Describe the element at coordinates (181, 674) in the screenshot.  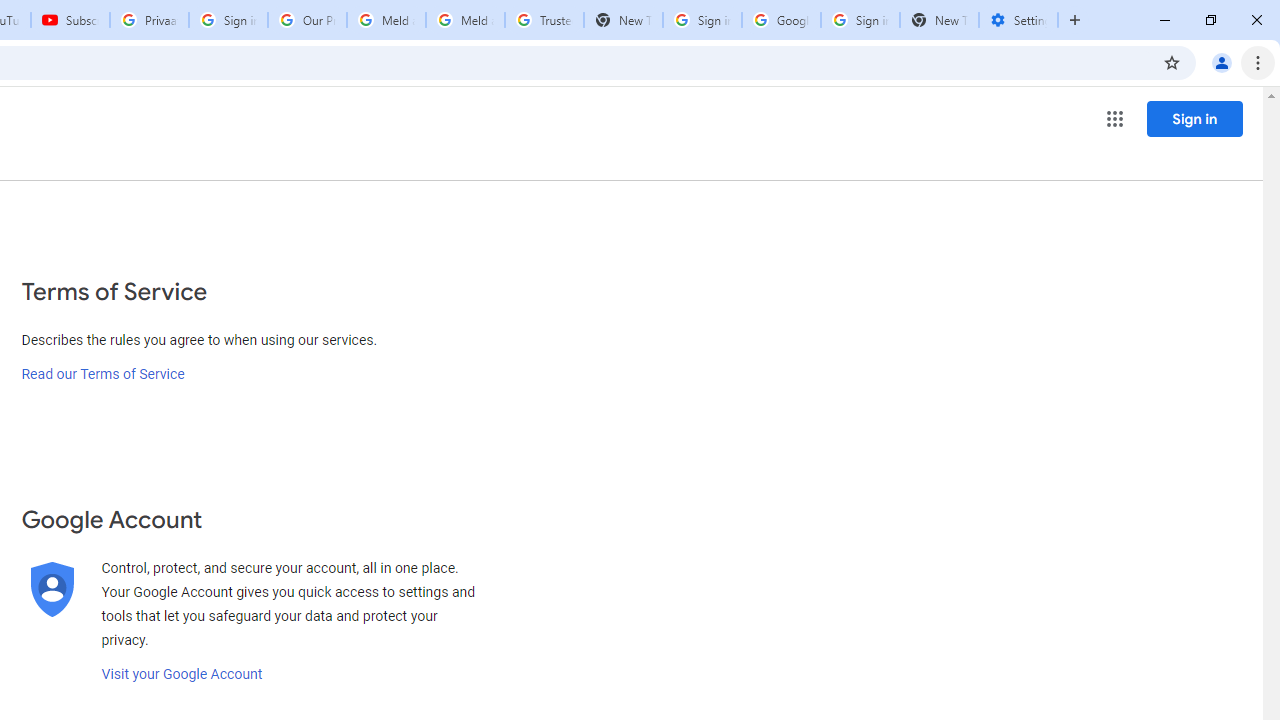
I see `'Visit your Google Account'` at that location.